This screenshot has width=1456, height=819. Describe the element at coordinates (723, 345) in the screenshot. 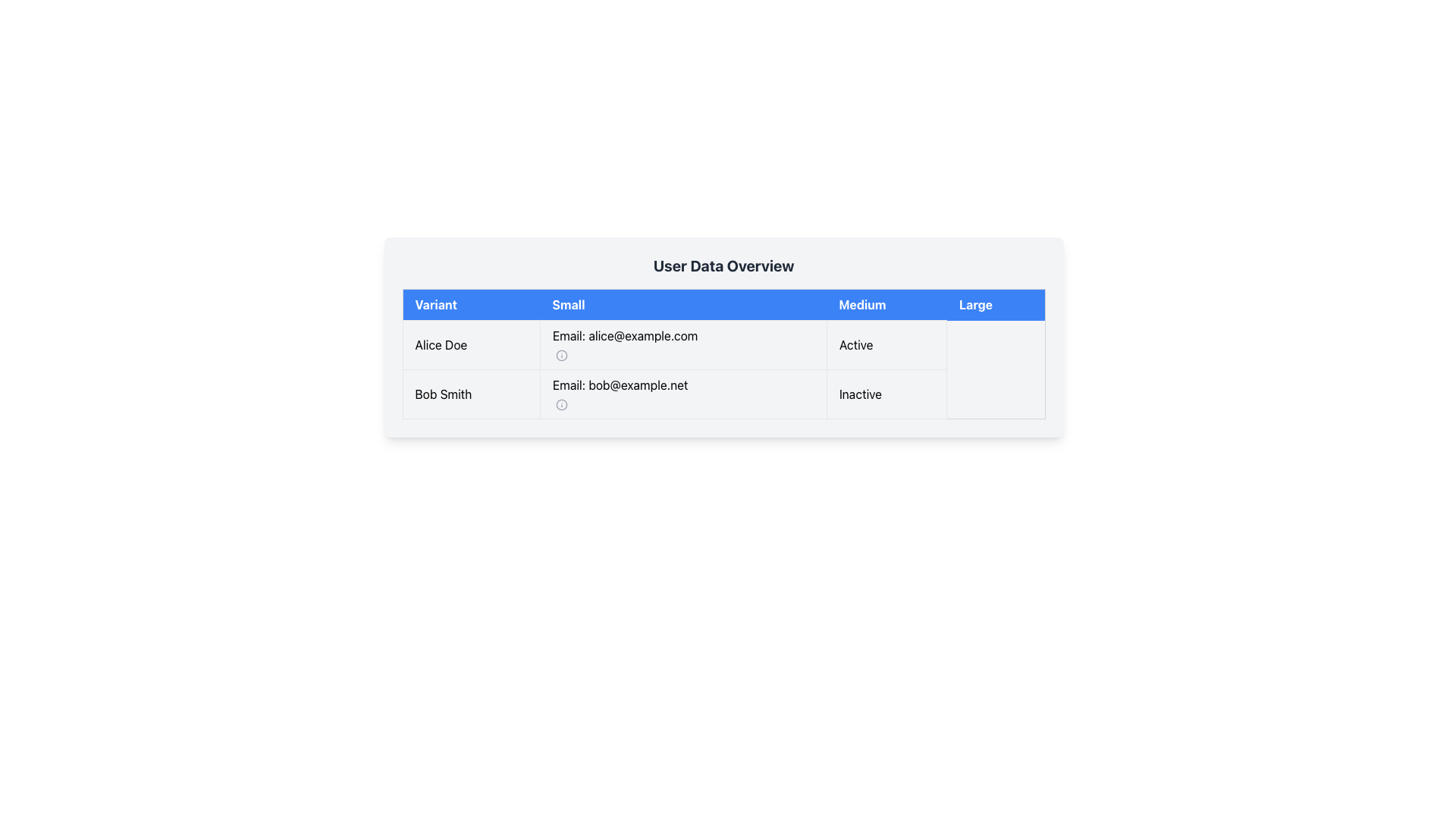

I see `the first row of the table containing the name 'Alice Doe', email 'alice@example.com', and status 'Active'` at that location.